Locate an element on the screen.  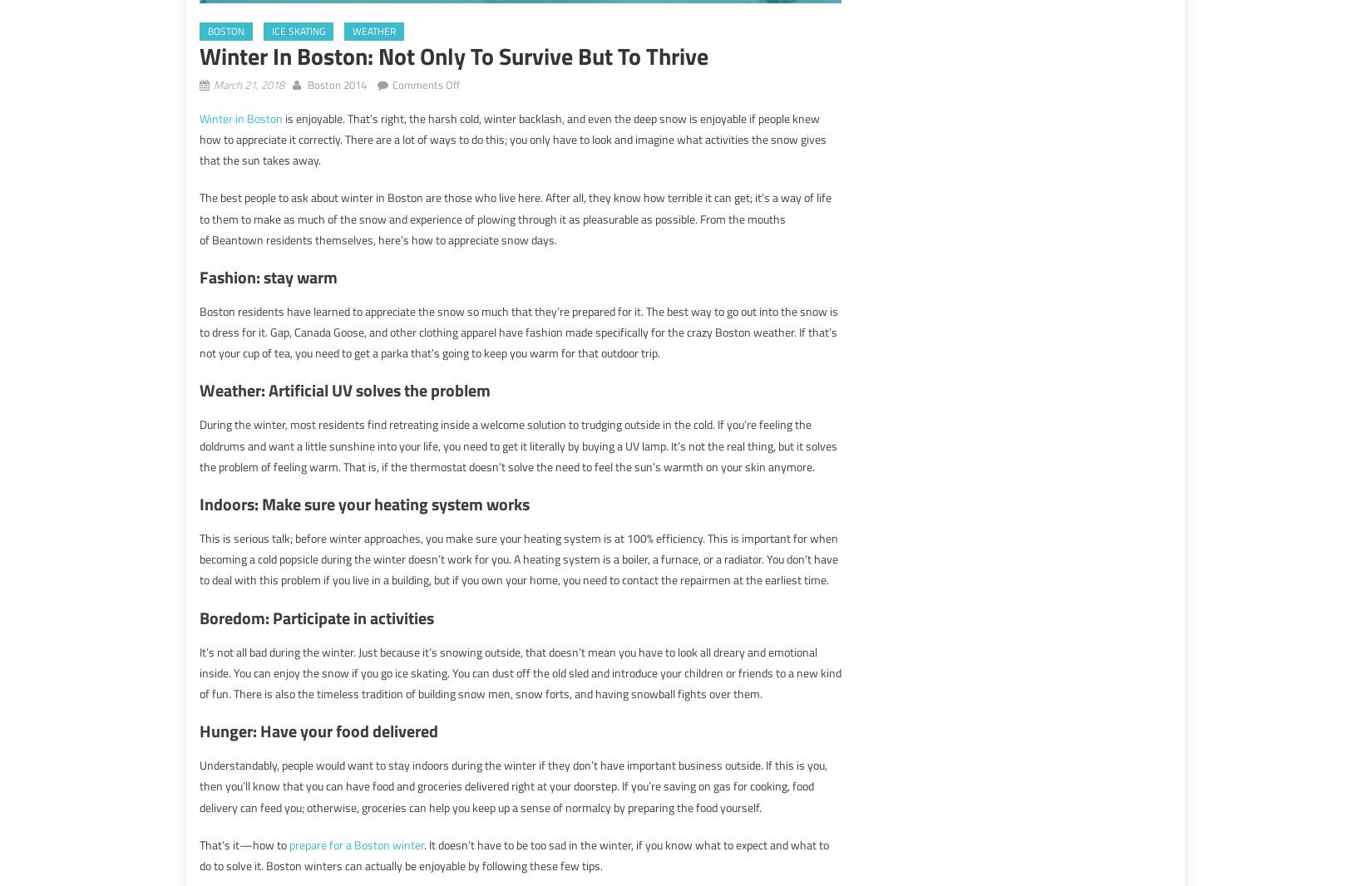
'on Winter in Boston: Not Only to Survive but to Thrive' is located at coordinates (584, 81).